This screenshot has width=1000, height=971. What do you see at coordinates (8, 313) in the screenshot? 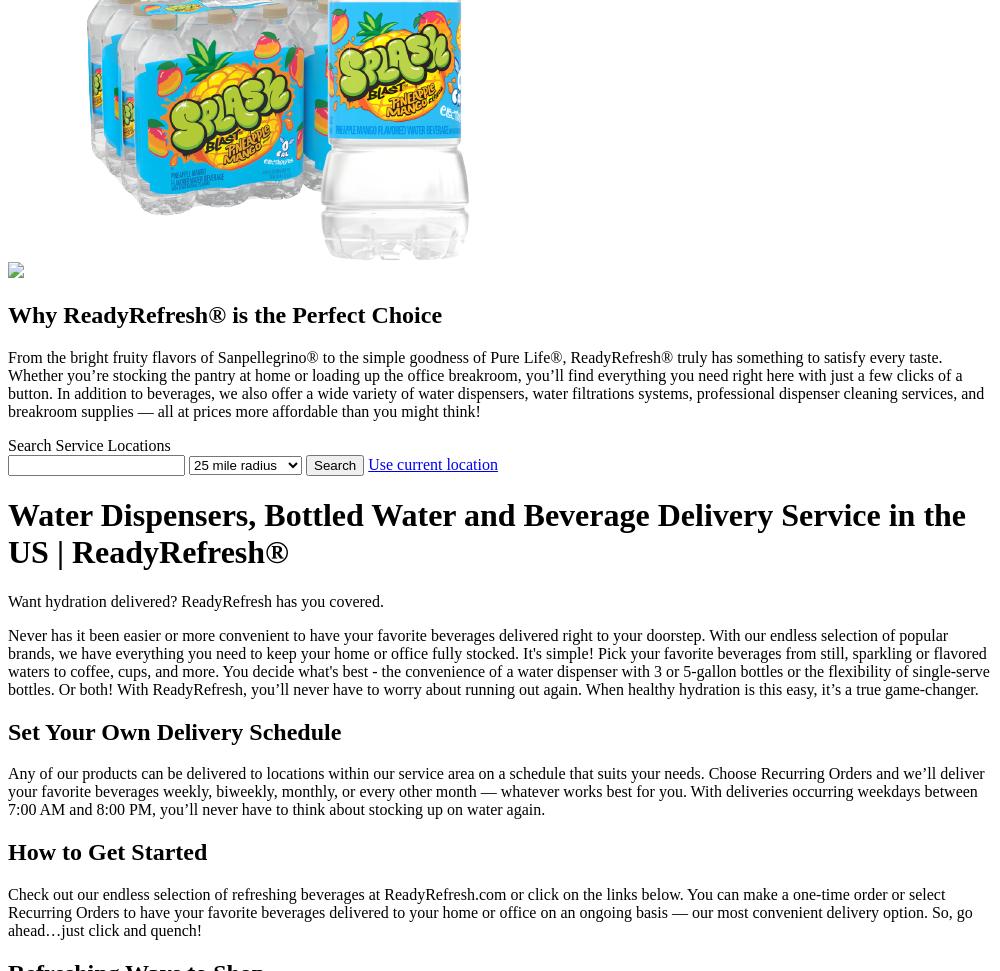
I see `'Why ReadyRefresh® is the Perfect Choice'` at bounding box center [8, 313].